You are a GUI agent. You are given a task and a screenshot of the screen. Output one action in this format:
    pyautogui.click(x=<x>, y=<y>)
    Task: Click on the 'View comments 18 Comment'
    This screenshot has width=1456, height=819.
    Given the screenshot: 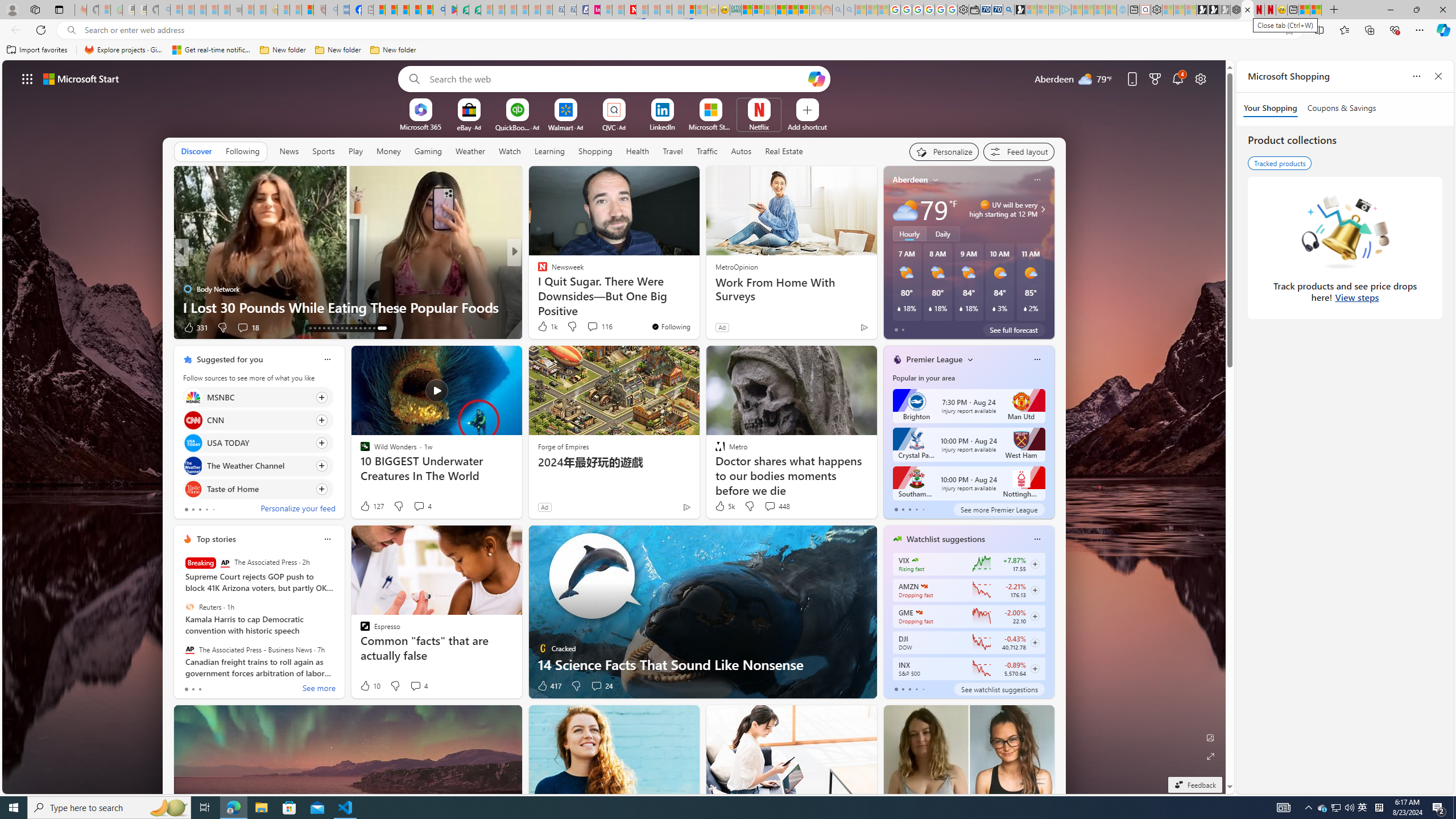 What is the action you would take?
    pyautogui.click(x=242, y=326)
    